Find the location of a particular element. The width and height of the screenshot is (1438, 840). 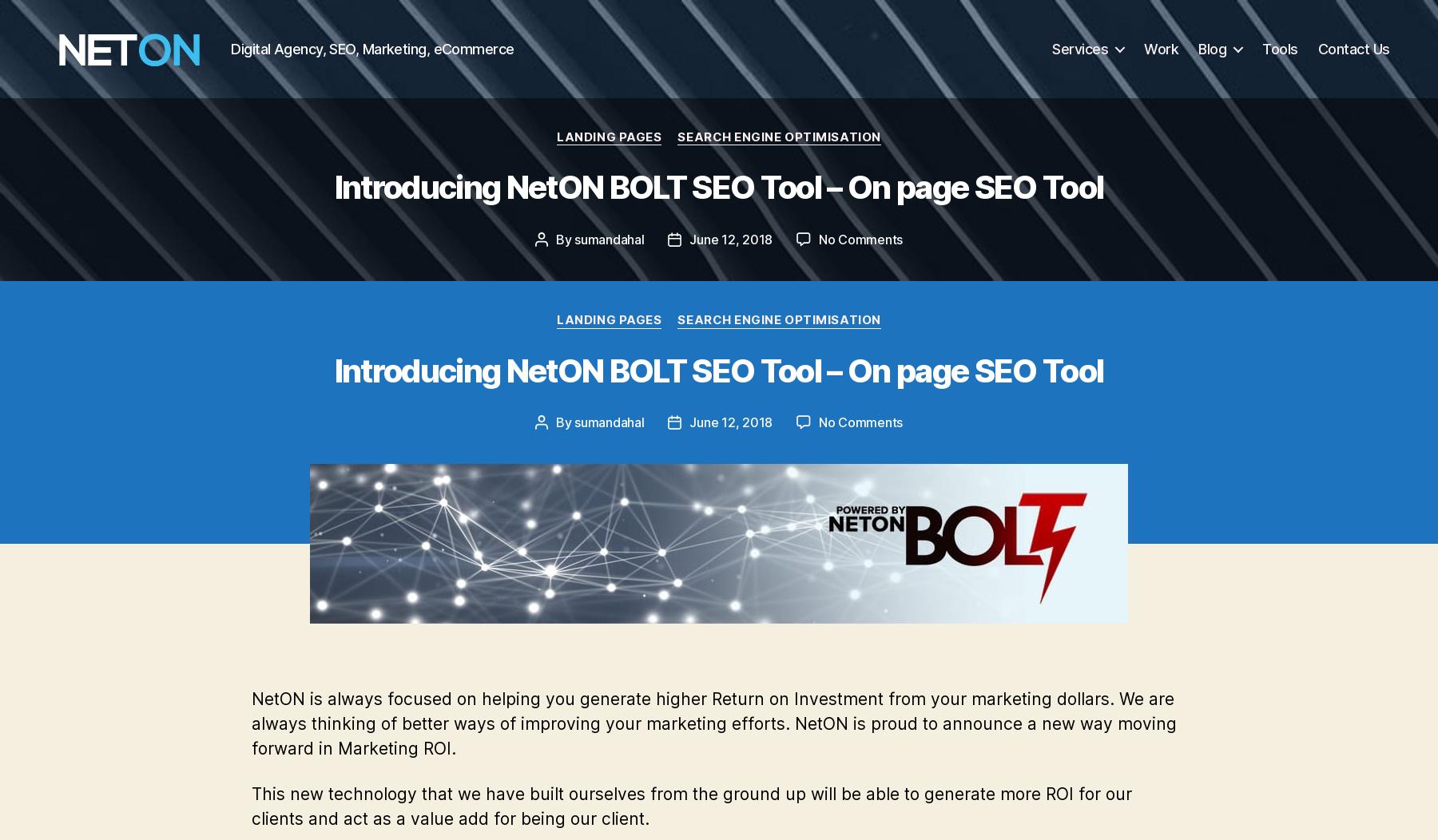

'Checking of Page Meta Tags' is located at coordinates (381, 23).